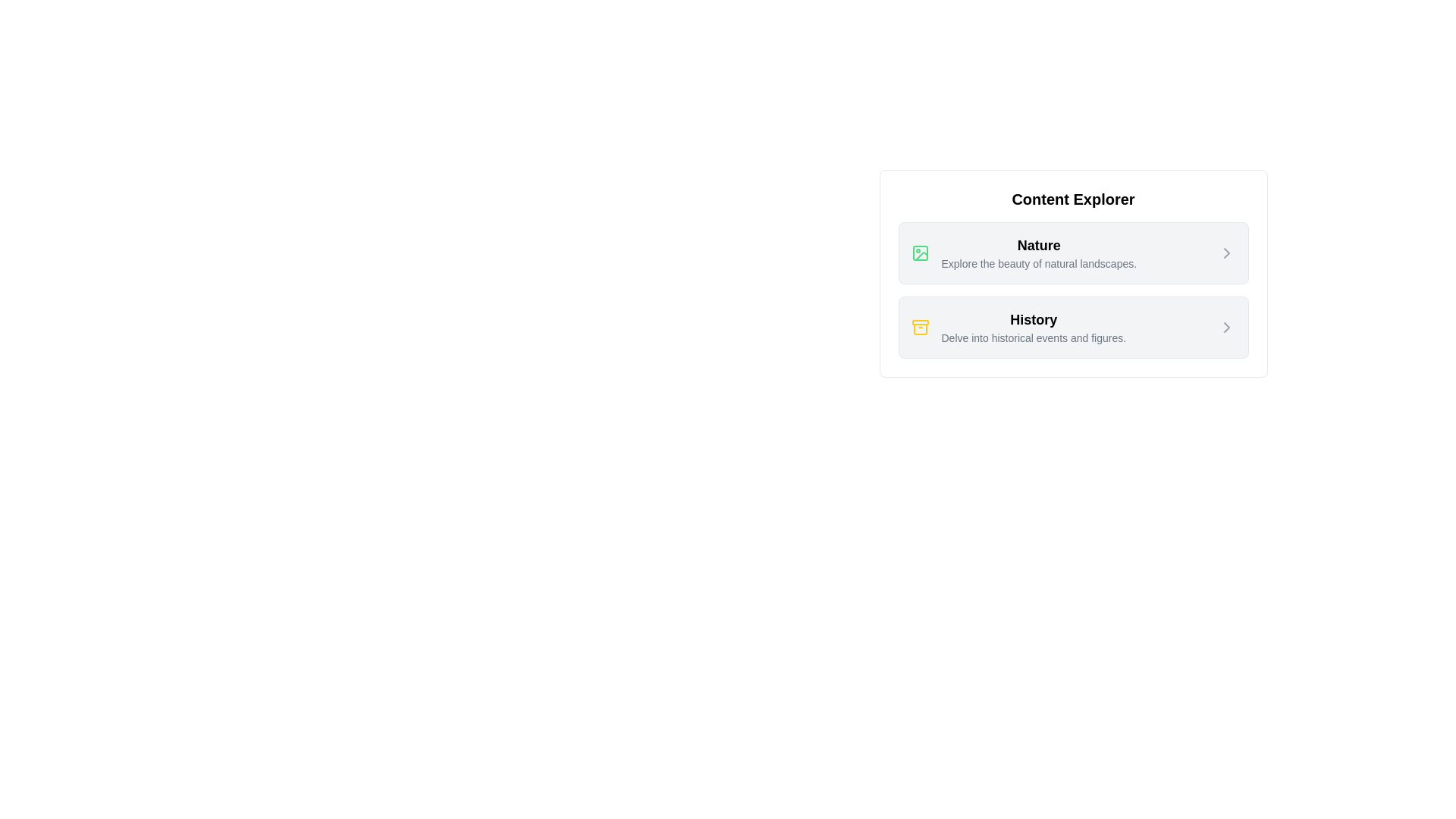  I want to click on the List item with the title 'History', so click(1033, 327).